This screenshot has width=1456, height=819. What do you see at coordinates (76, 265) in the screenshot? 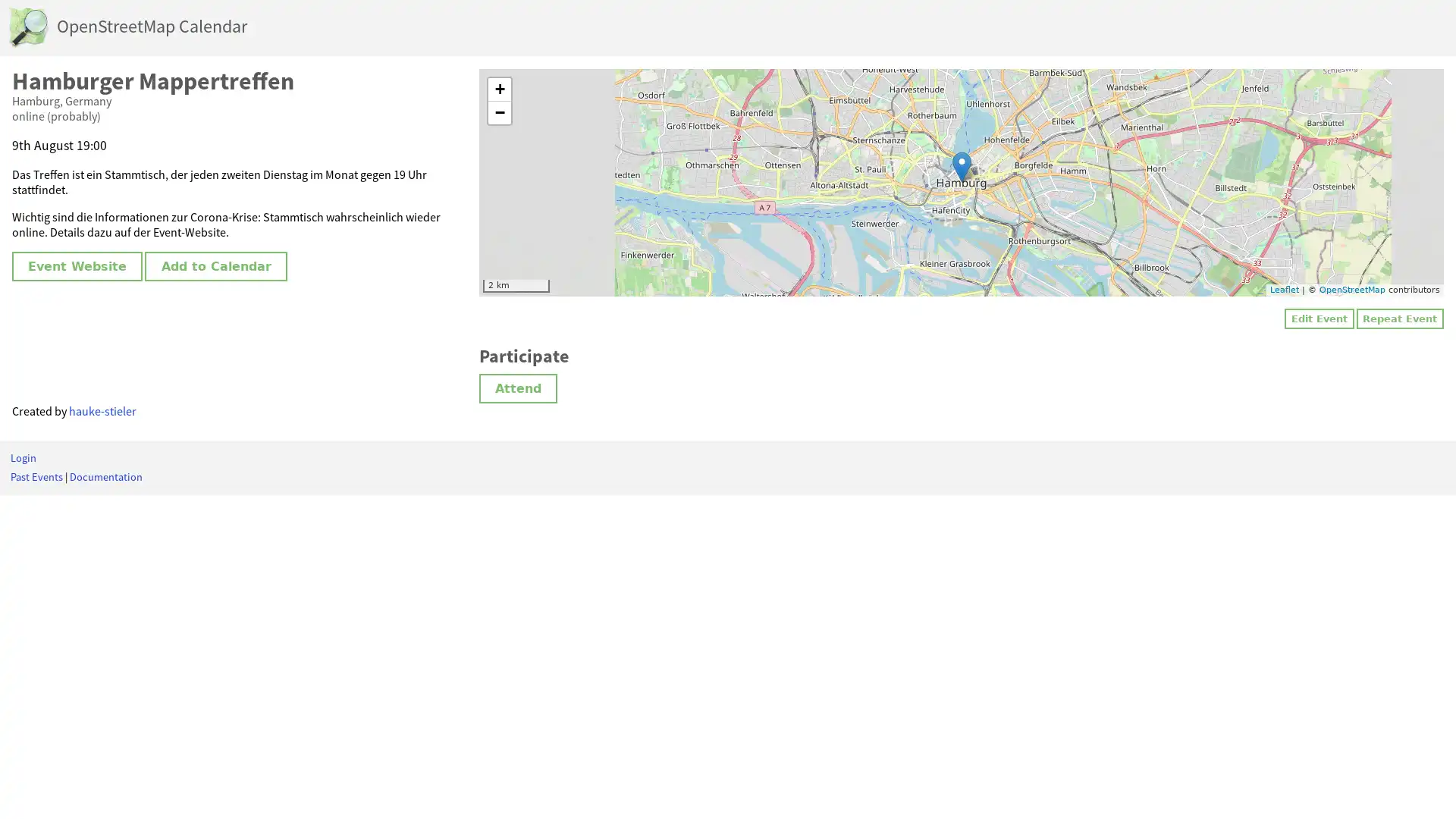
I see `Event Website` at bounding box center [76, 265].